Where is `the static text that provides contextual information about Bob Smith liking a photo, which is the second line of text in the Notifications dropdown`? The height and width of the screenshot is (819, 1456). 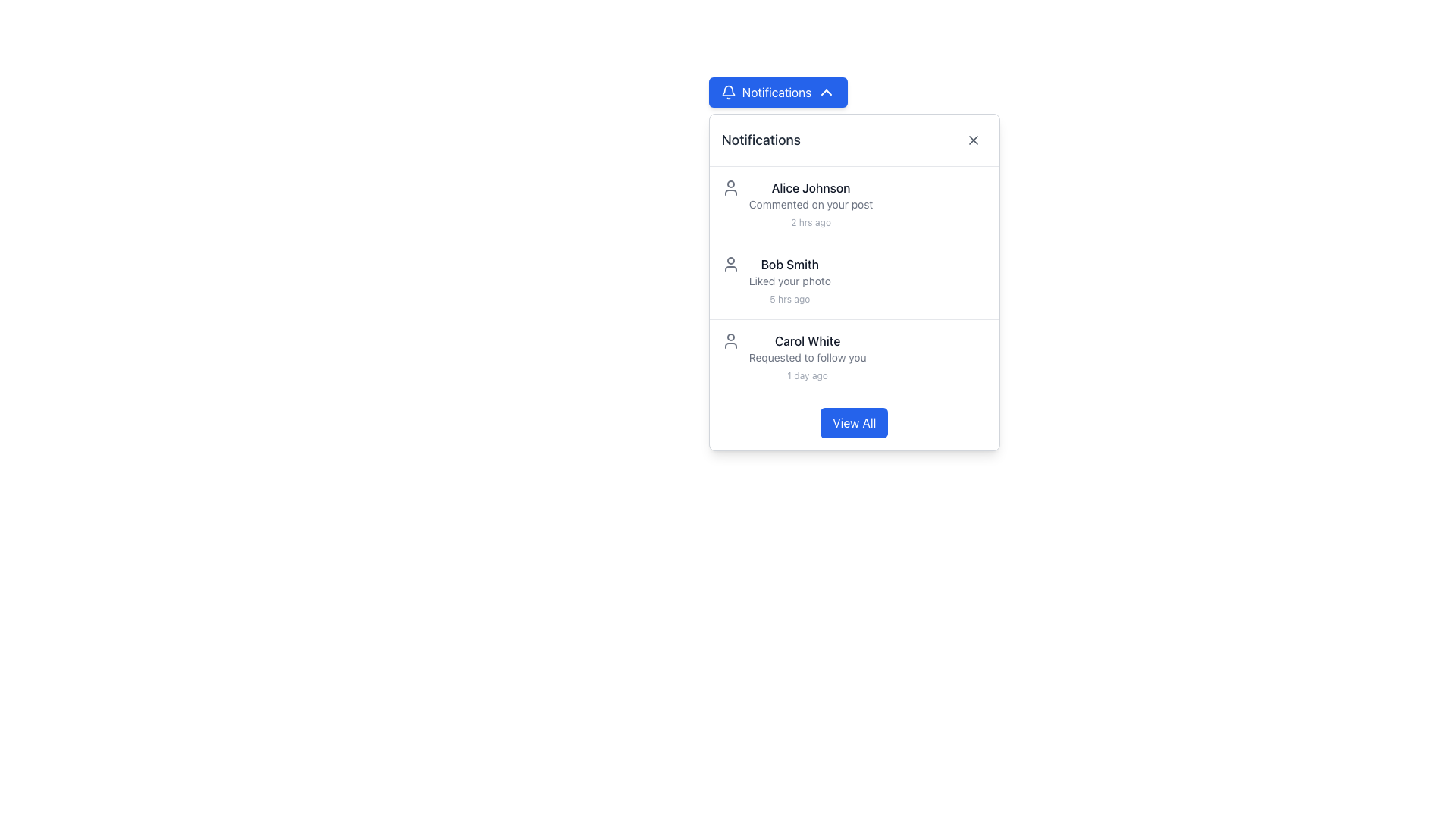 the static text that provides contextual information about Bob Smith liking a photo, which is the second line of text in the Notifications dropdown is located at coordinates (789, 281).